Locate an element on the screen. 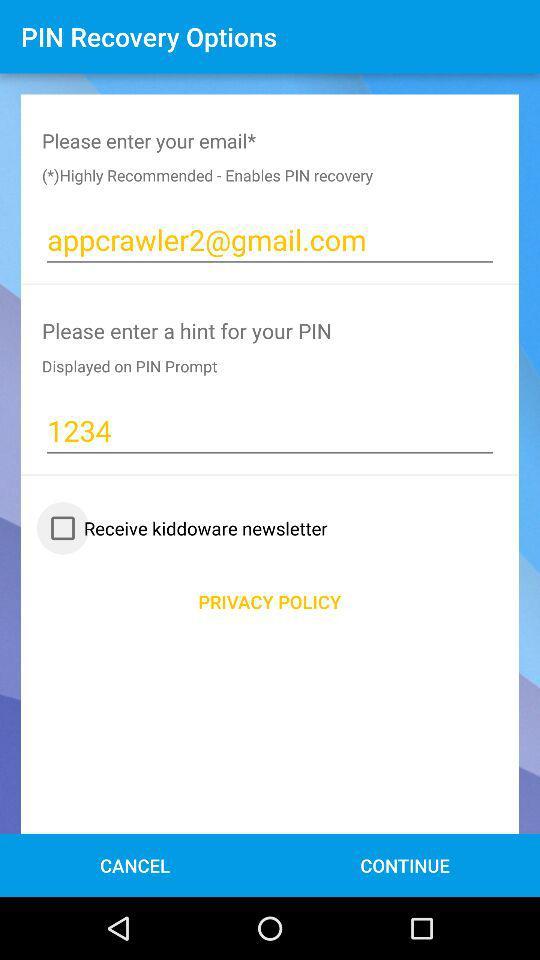 The height and width of the screenshot is (960, 540). the item next to the continue item is located at coordinates (135, 864).